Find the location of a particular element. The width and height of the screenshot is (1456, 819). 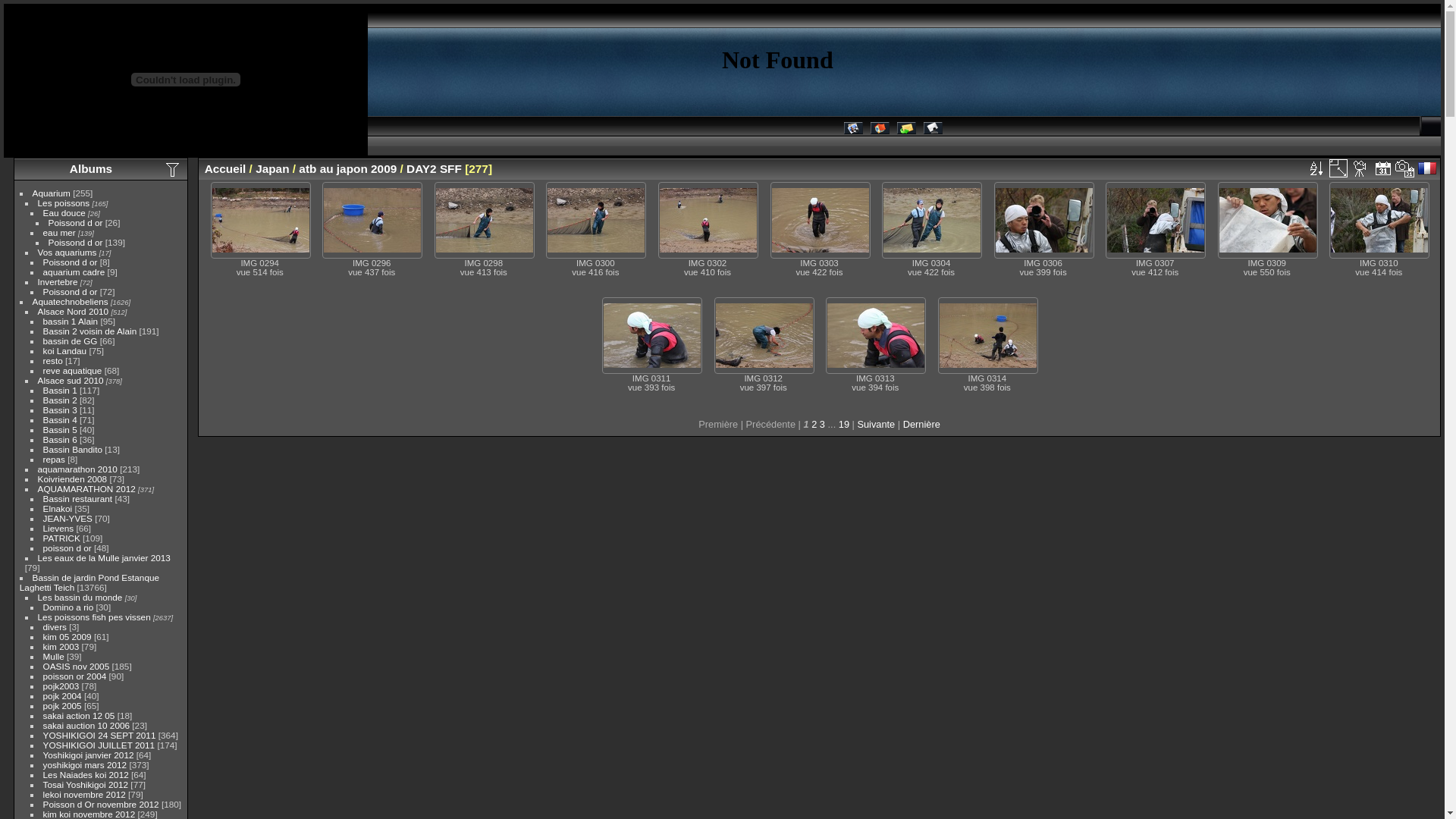

'resto' is located at coordinates (53, 360).